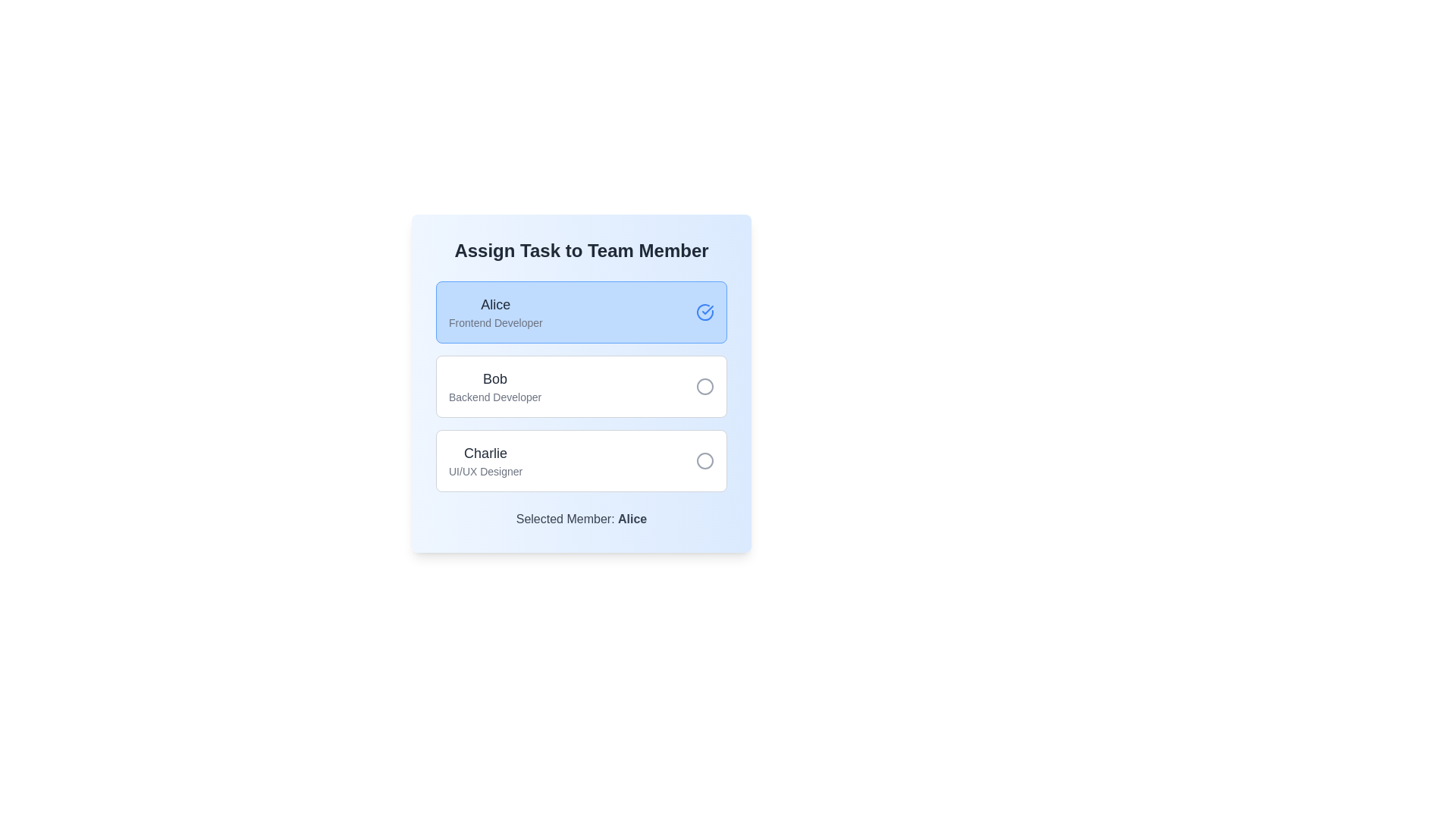 This screenshot has width=1456, height=819. What do you see at coordinates (485, 460) in the screenshot?
I see `information displayed in the multi-line text label for 'Charlie', the UI/UX Designer, which is the third selectable option in the list` at bounding box center [485, 460].